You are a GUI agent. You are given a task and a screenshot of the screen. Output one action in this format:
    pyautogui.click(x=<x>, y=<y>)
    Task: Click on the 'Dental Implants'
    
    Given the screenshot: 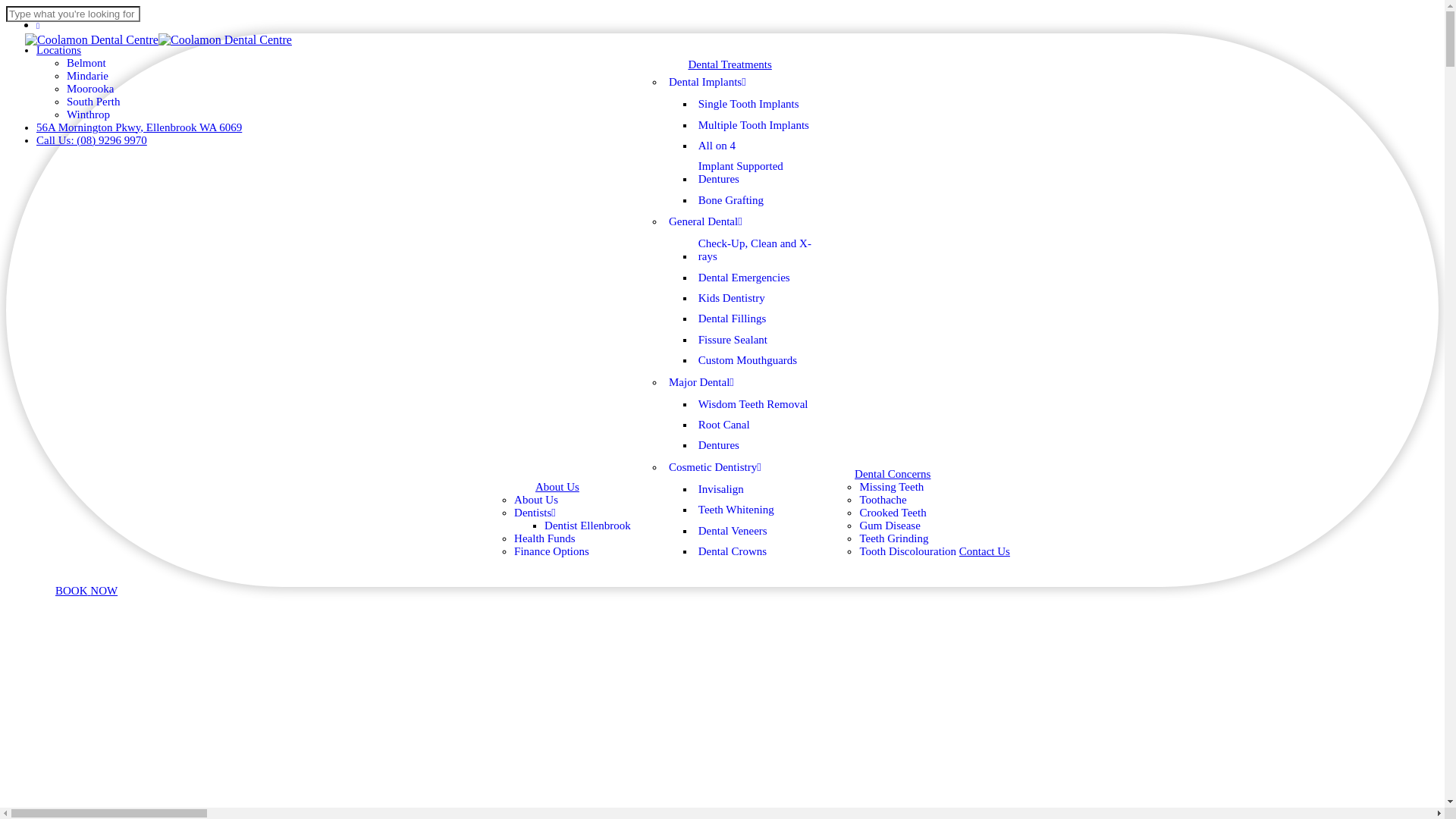 What is the action you would take?
    pyautogui.click(x=707, y=82)
    